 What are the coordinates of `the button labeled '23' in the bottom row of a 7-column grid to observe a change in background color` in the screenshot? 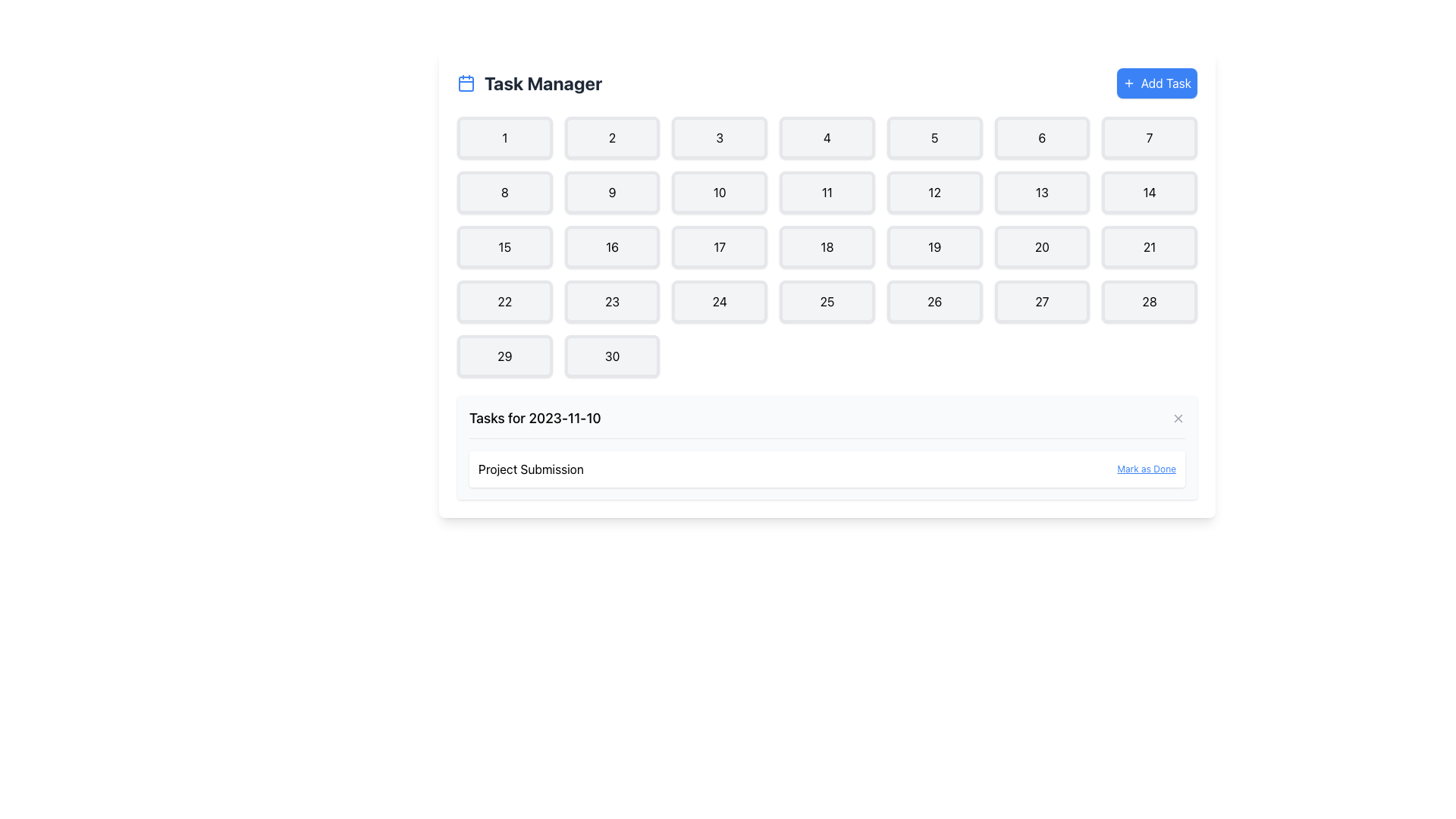 It's located at (612, 301).